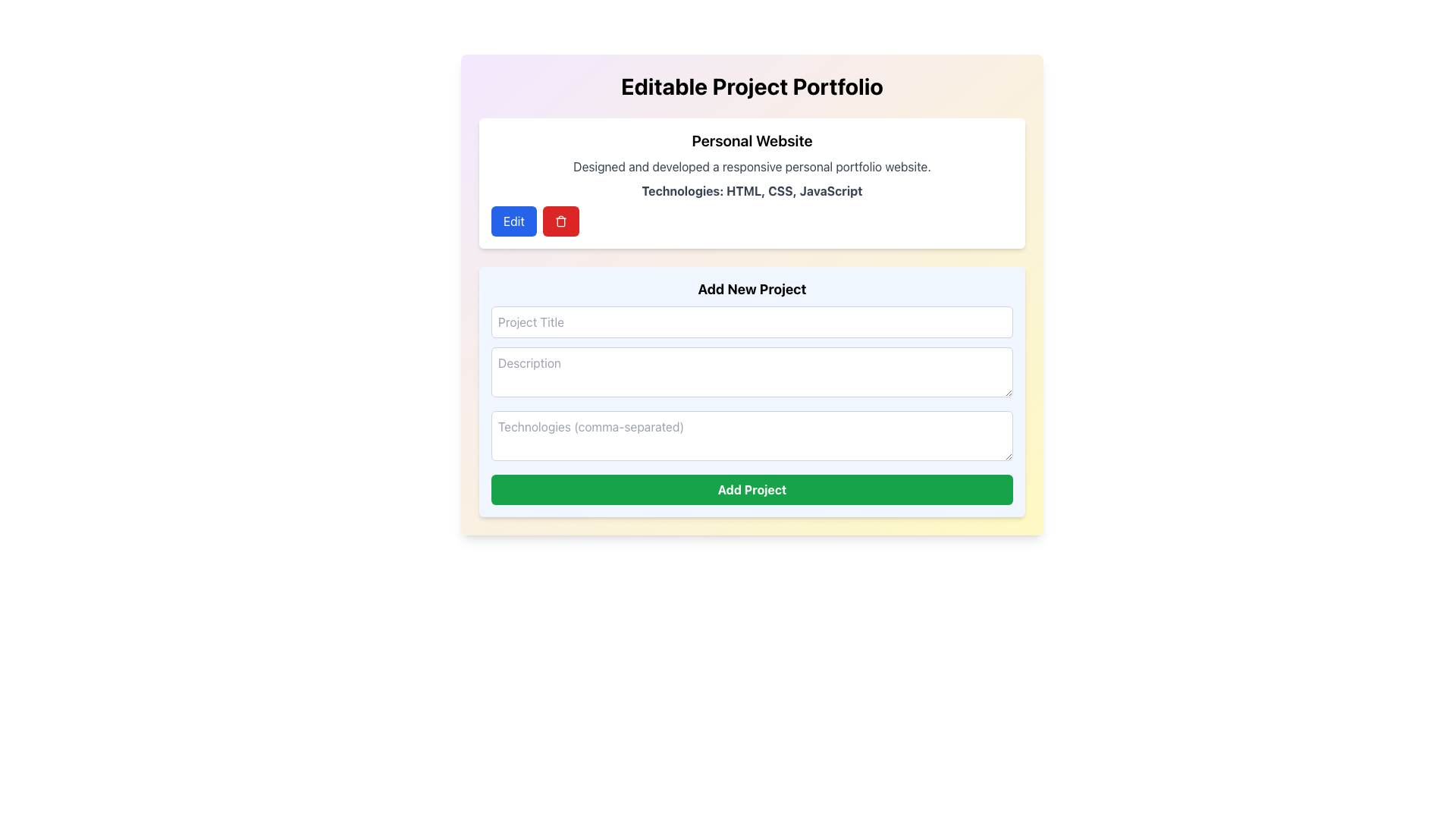  Describe the element at coordinates (752, 166) in the screenshot. I see `the static text label that provides a description of the work associated with 'Personal Website', located below the title and above the technologies list` at that location.